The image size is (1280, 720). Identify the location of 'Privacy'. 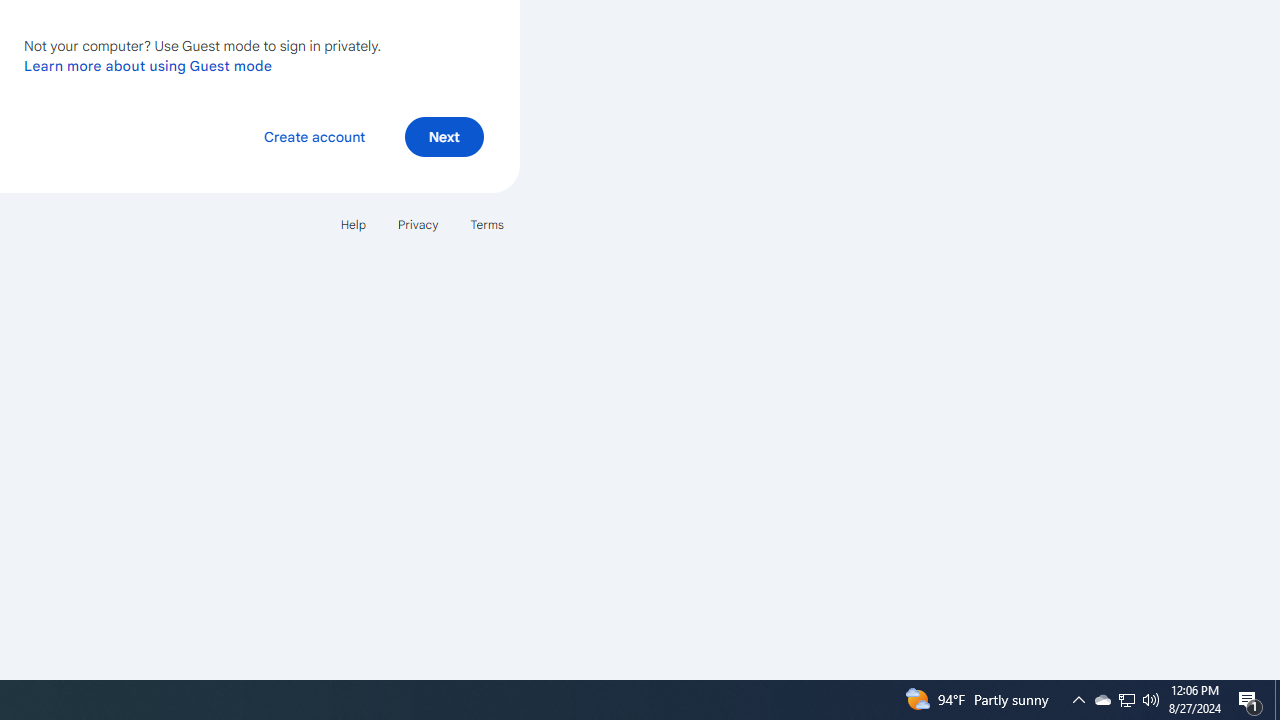
(416, 224).